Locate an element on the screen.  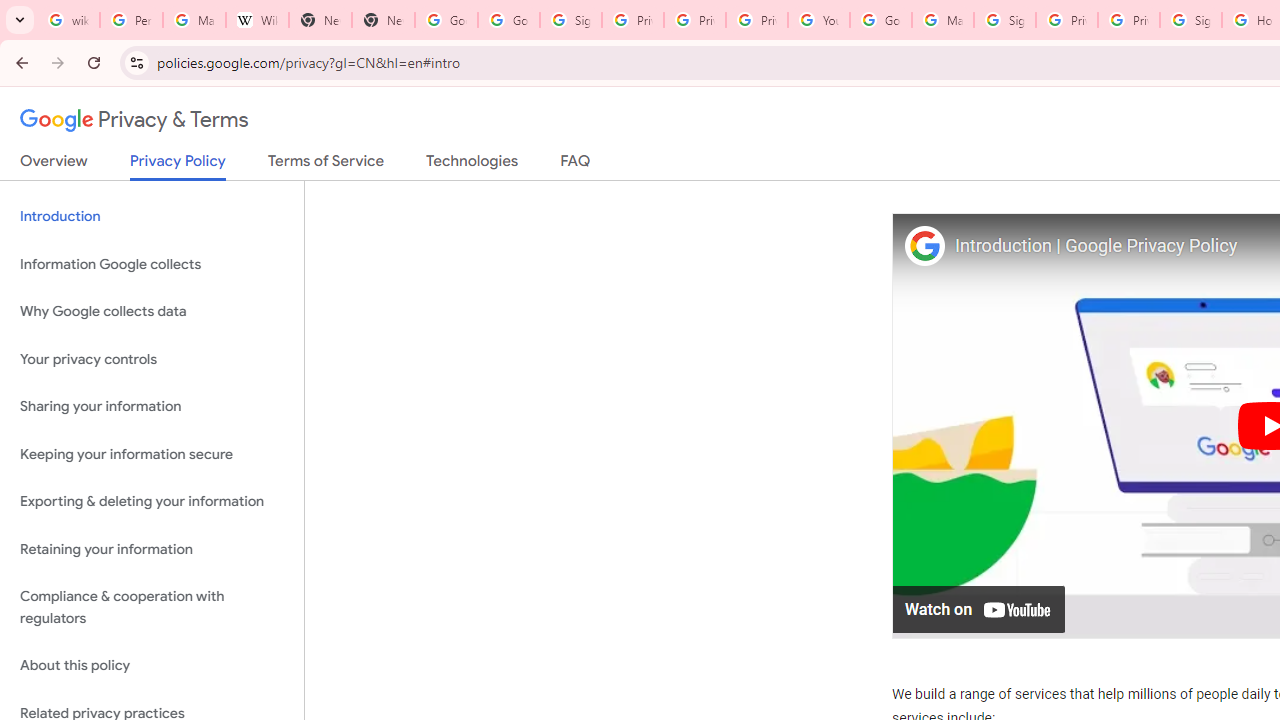
'Wikipedia:Edit requests - Wikipedia' is located at coordinates (256, 20).